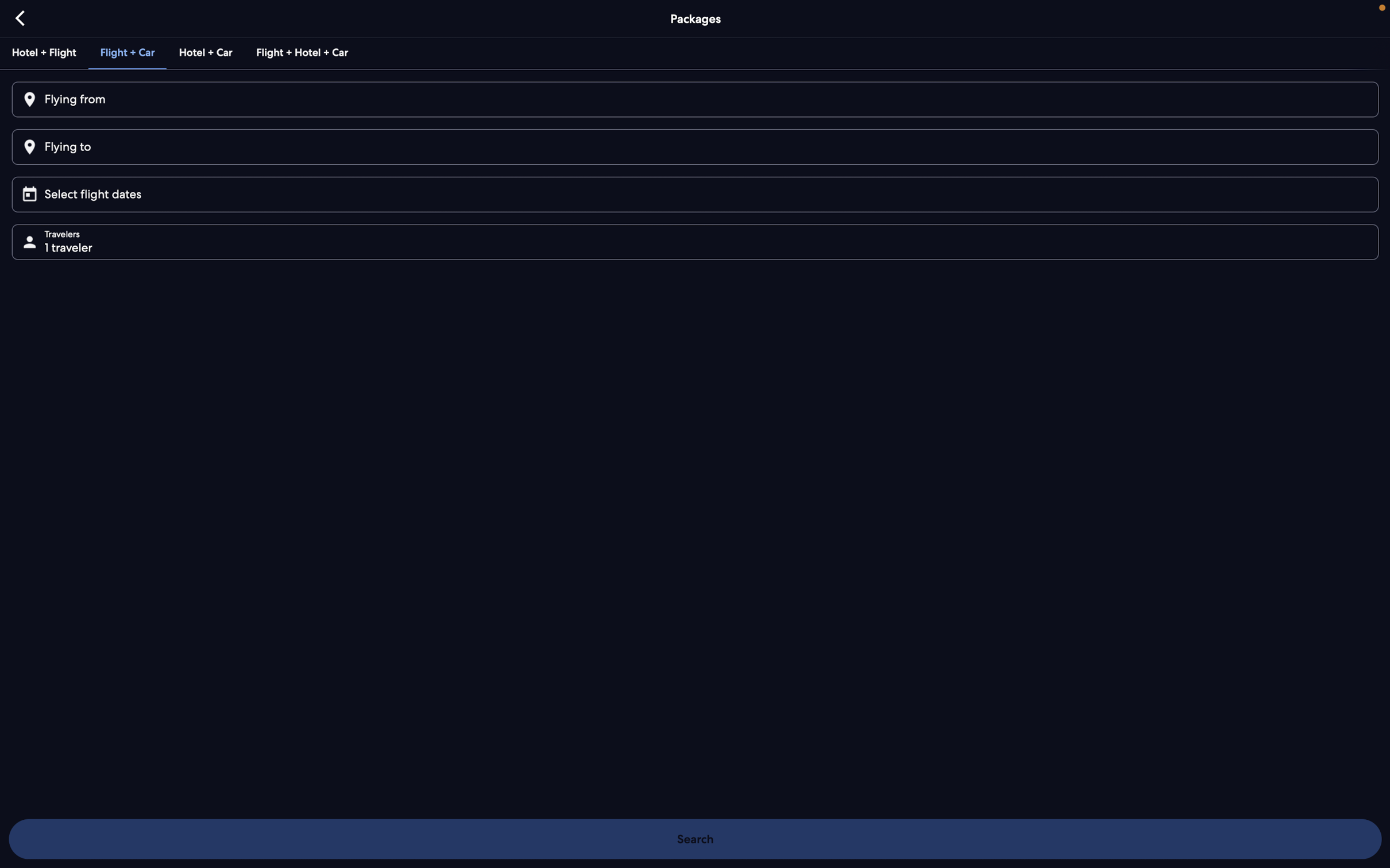  What do you see at coordinates (699, 241) in the screenshot?
I see `Increase the number of travellers by 2` at bounding box center [699, 241].